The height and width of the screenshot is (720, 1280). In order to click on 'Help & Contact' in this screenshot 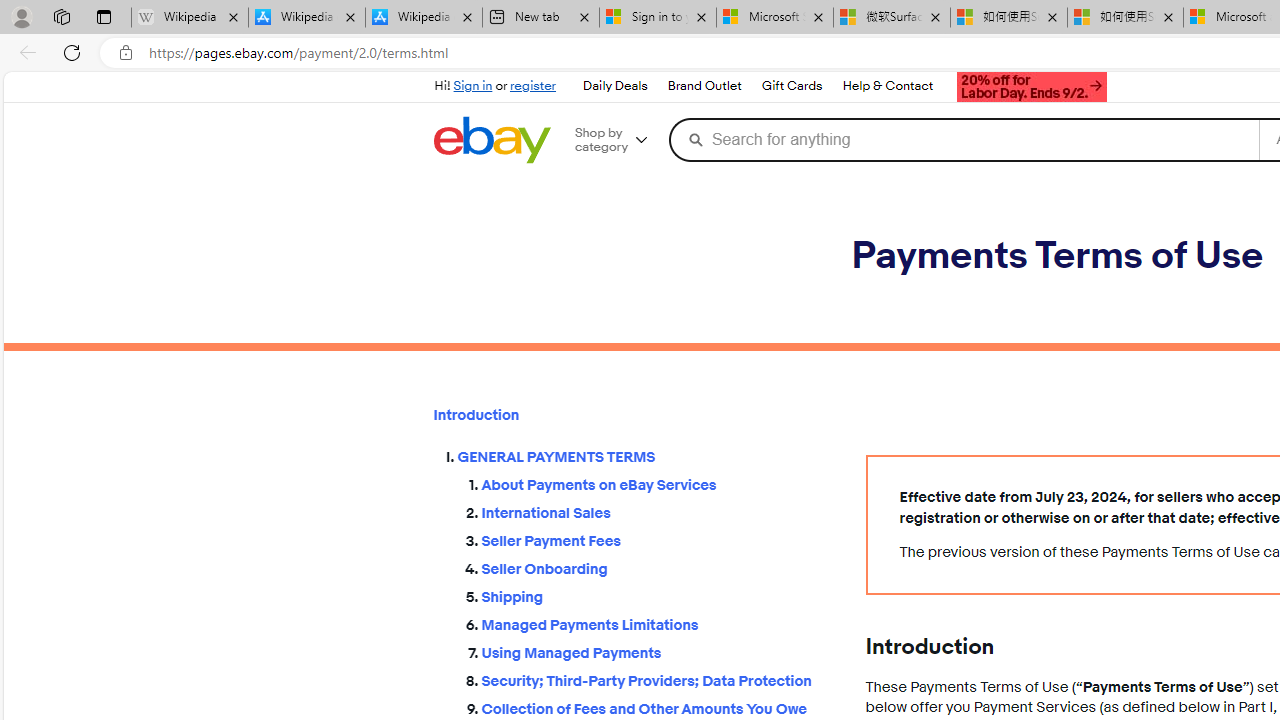, I will do `click(887, 86)`.